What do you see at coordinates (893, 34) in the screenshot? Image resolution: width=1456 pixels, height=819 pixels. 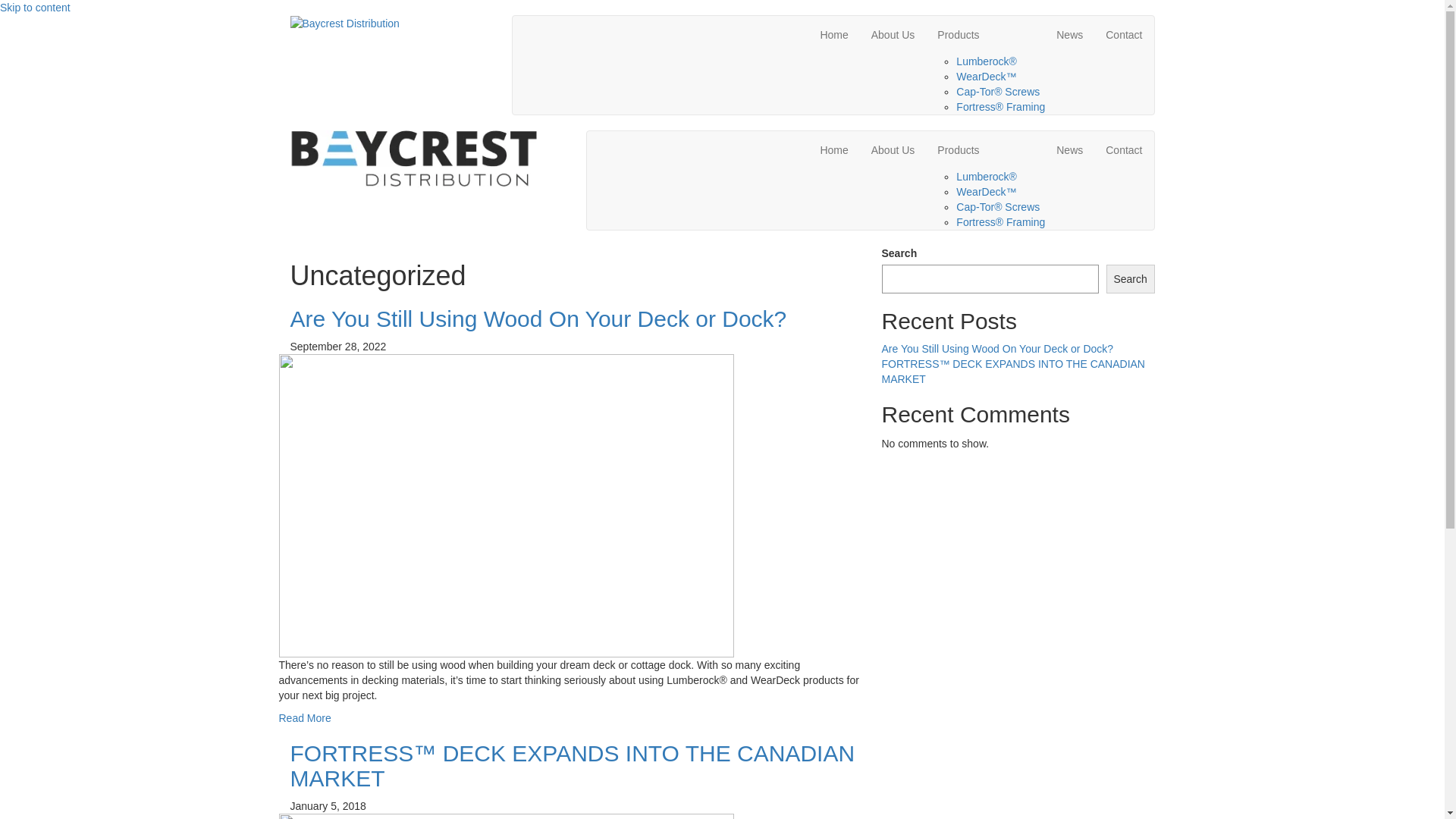 I see `'About Us'` at bounding box center [893, 34].